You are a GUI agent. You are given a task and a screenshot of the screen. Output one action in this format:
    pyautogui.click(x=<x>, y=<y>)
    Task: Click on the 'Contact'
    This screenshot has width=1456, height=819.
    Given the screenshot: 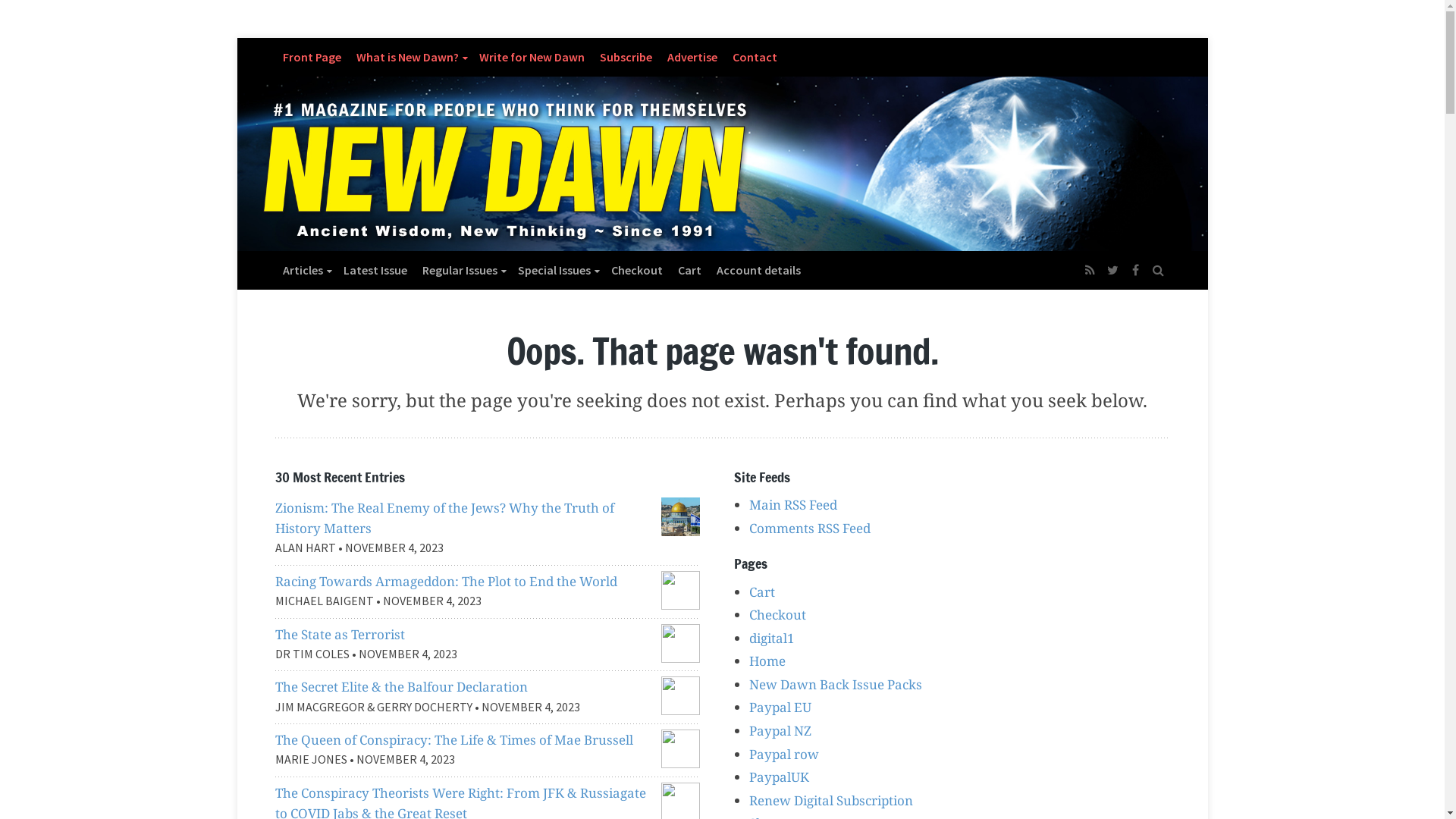 What is the action you would take?
    pyautogui.click(x=755, y=55)
    